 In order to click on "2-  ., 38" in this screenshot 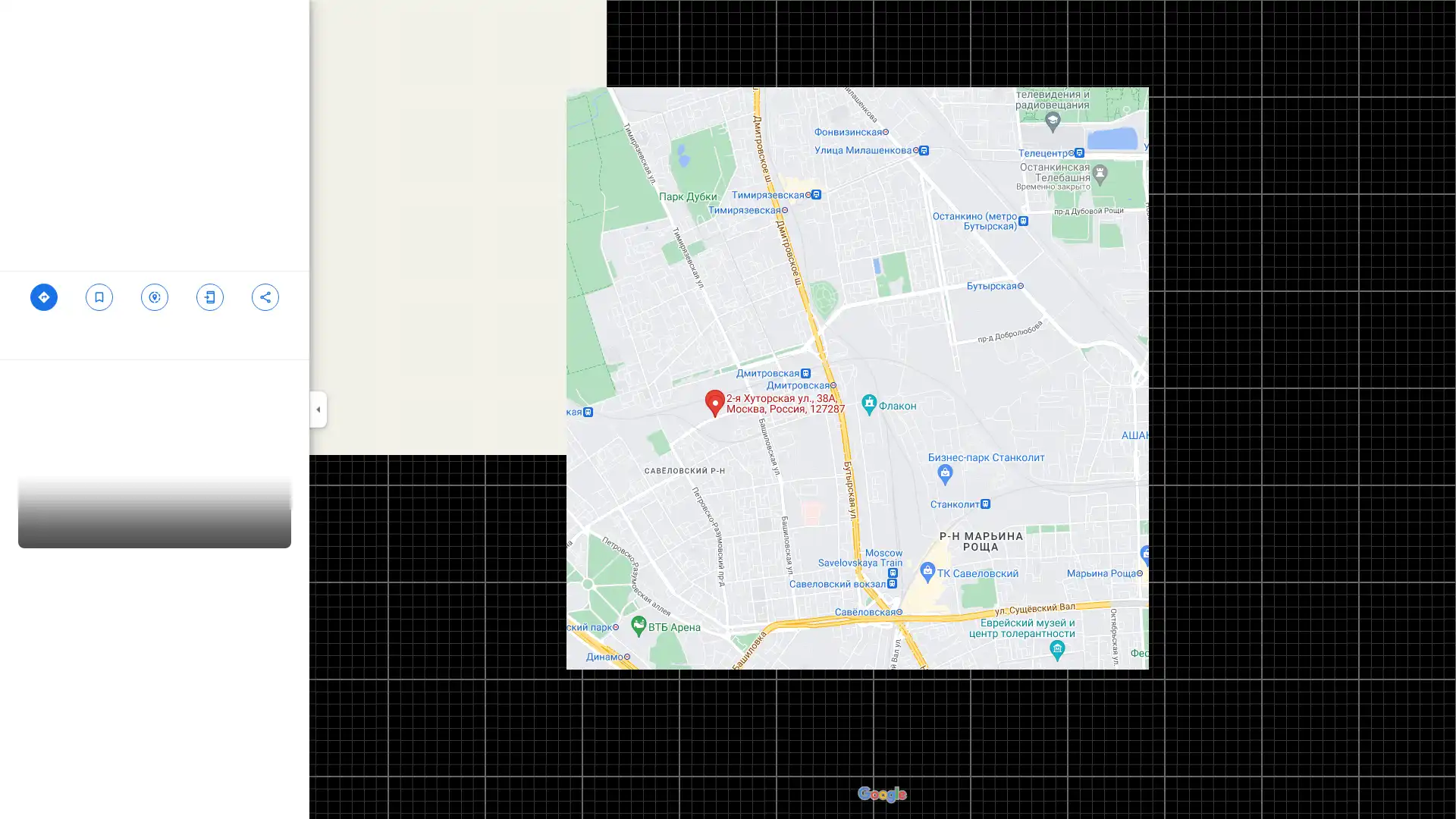, I will do `click(154, 309)`.